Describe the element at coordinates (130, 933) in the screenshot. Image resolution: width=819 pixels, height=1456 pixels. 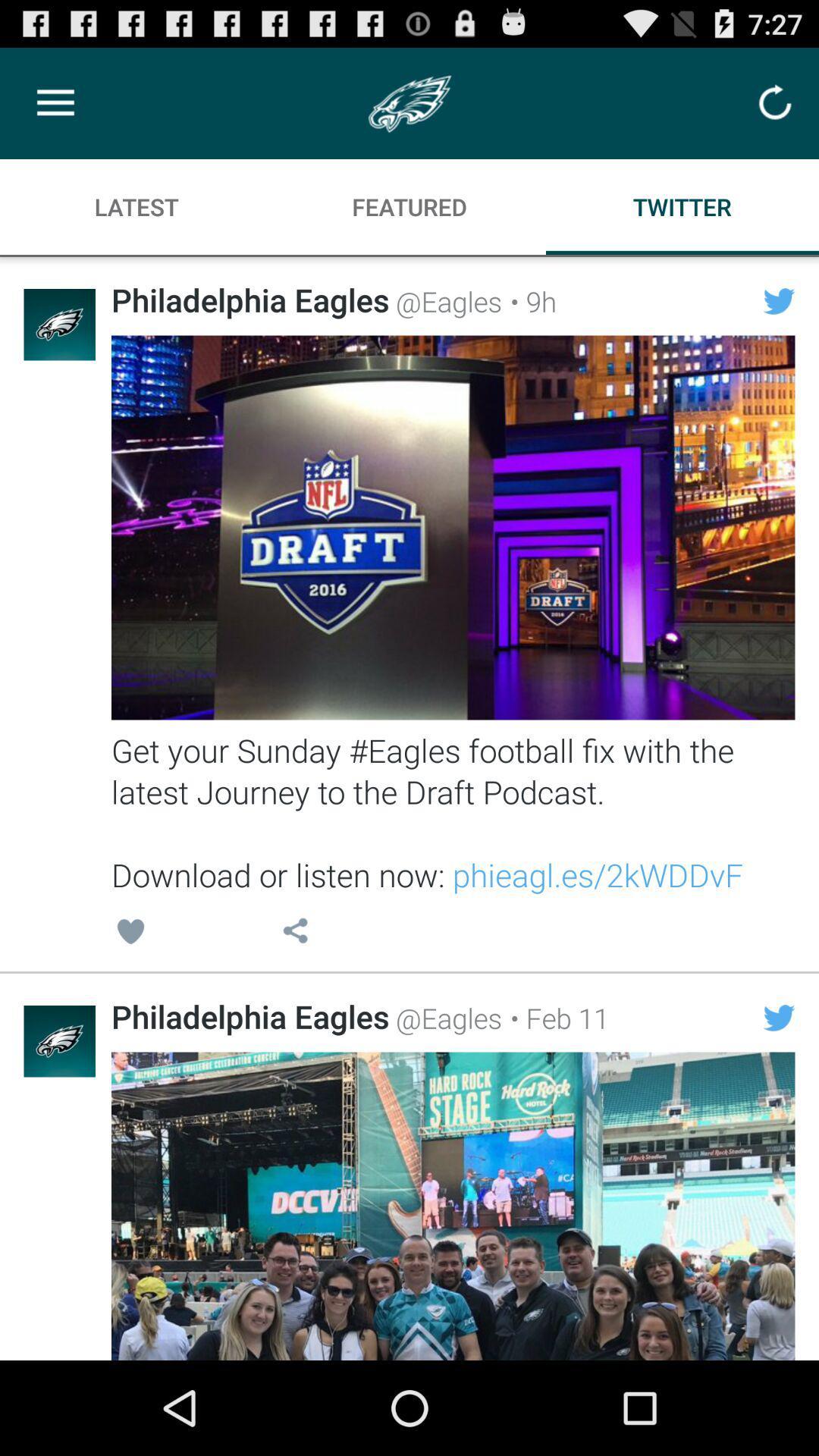
I see `icon below get your sunday item` at that location.